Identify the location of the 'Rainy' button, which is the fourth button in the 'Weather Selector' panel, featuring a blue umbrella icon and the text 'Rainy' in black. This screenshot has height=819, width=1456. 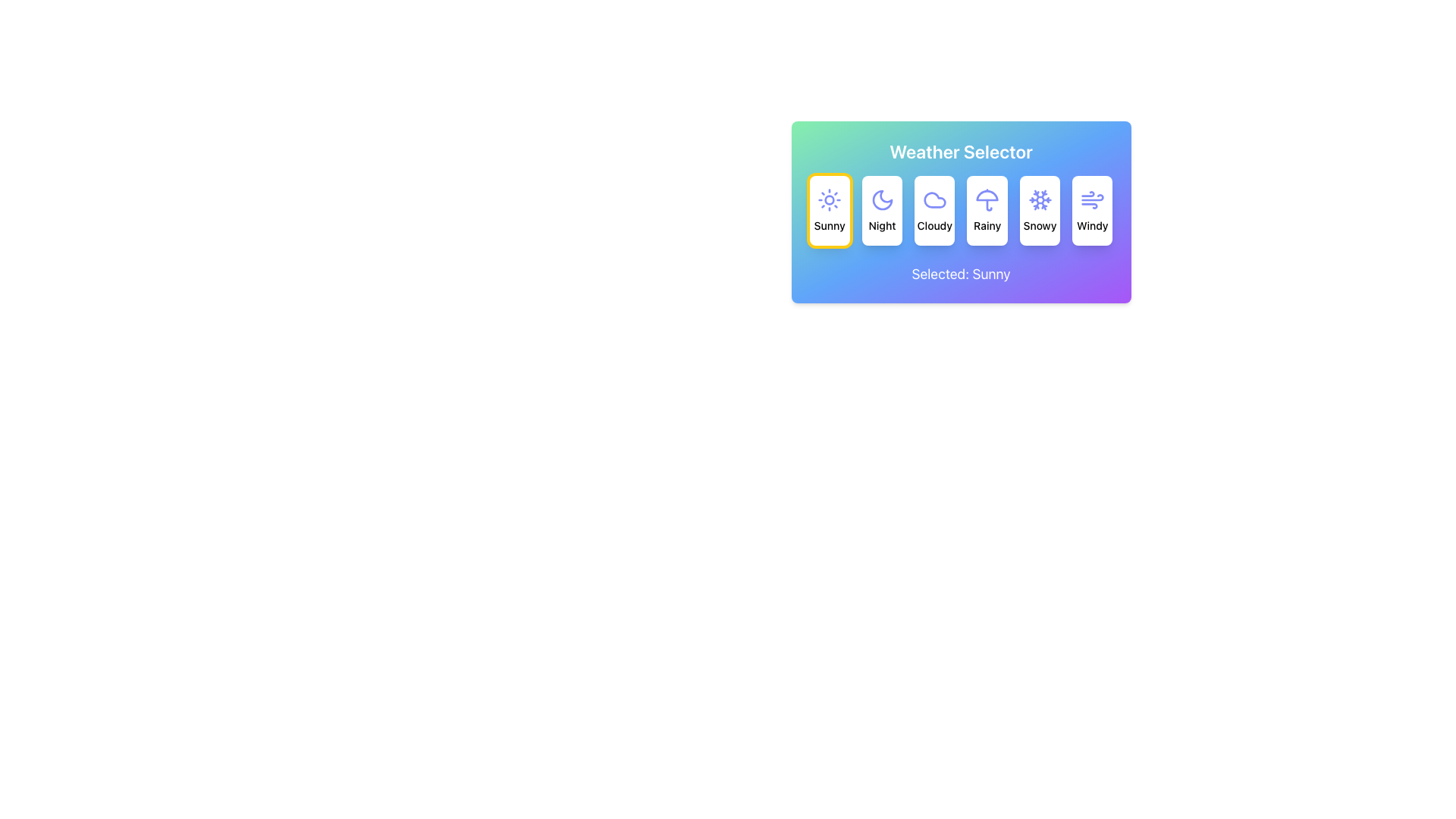
(987, 210).